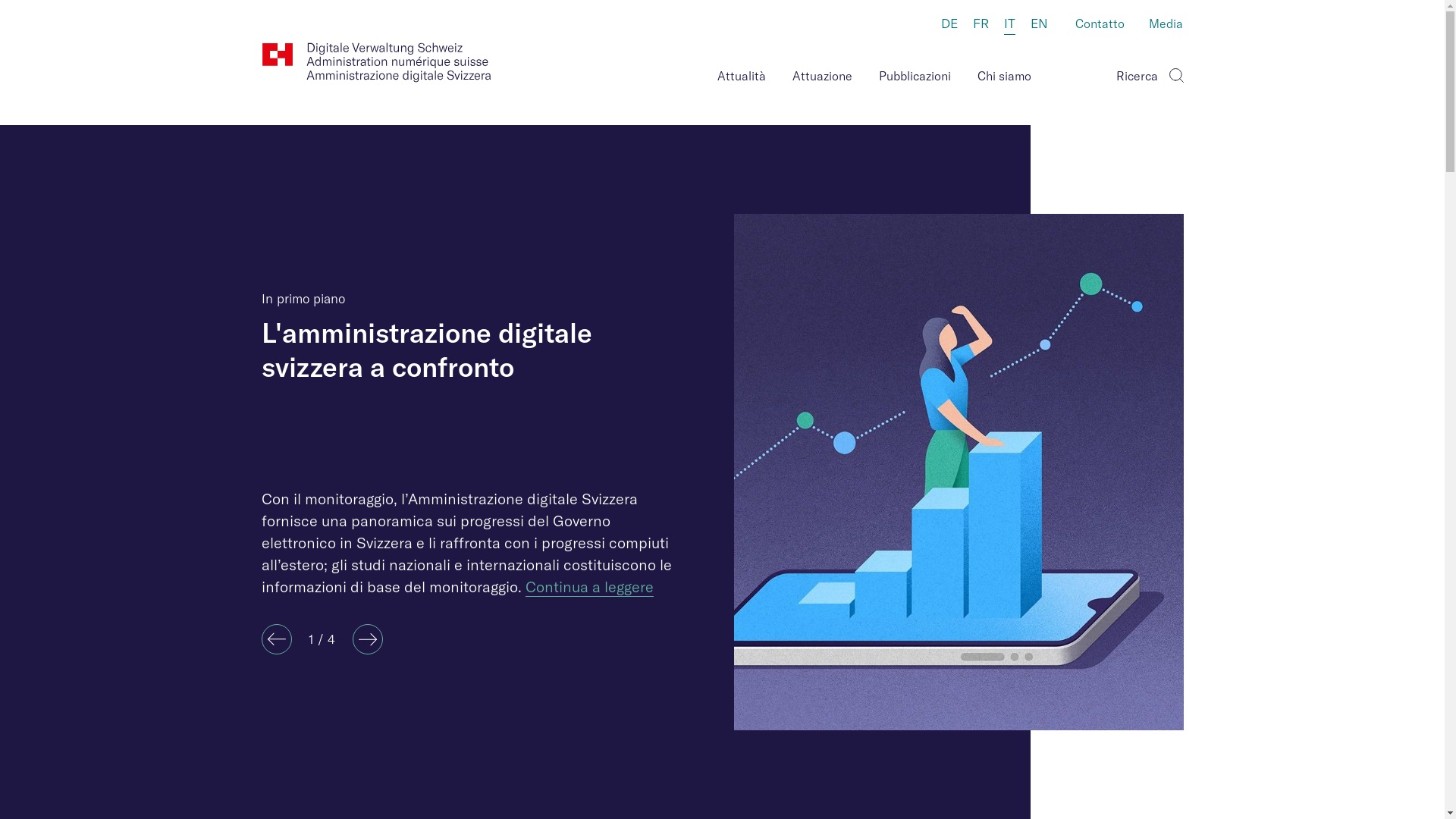 This screenshot has width=1456, height=819. Describe the element at coordinates (1174, 72) in the screenshot. I see `'Cerca'` at that location.